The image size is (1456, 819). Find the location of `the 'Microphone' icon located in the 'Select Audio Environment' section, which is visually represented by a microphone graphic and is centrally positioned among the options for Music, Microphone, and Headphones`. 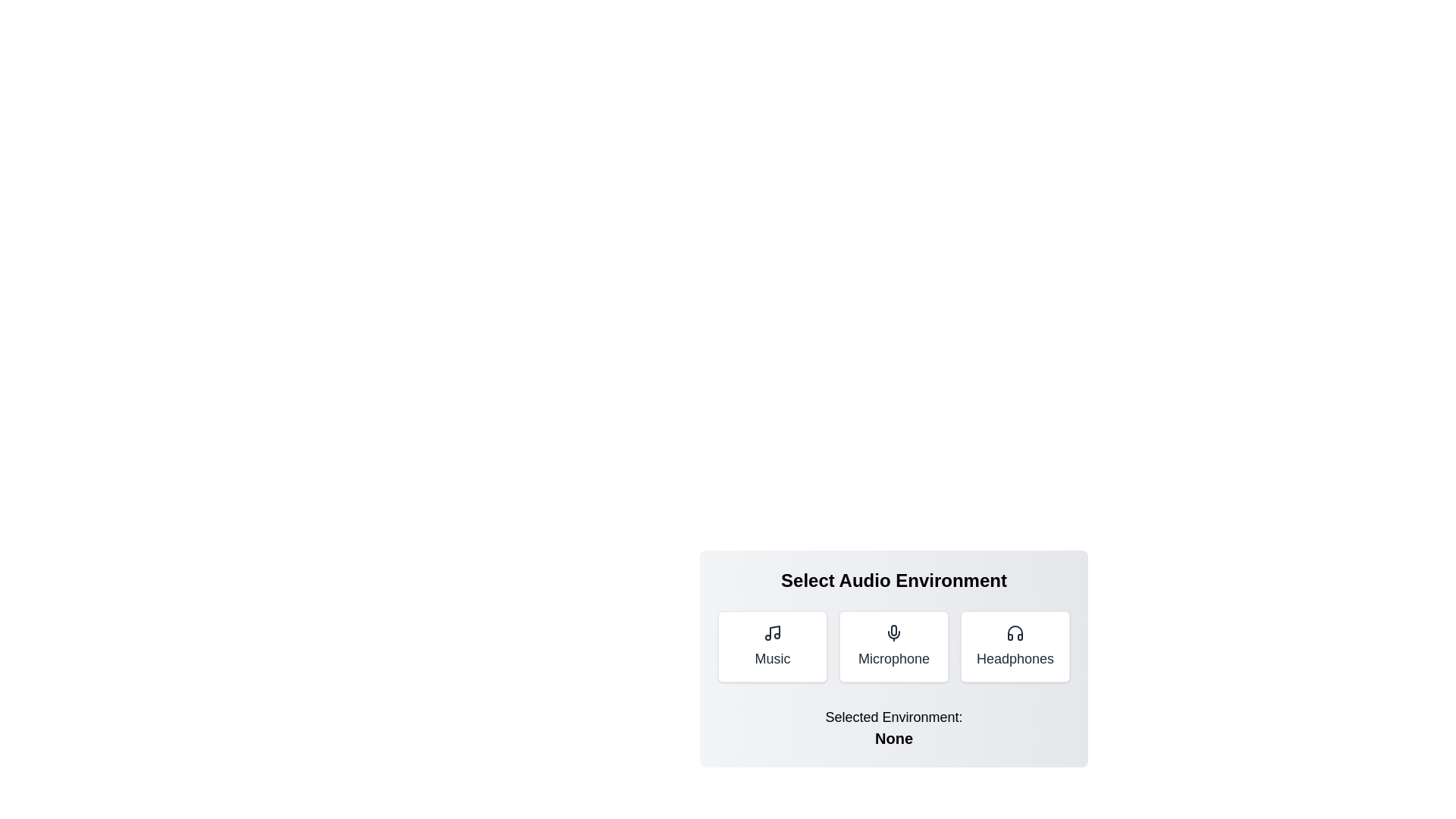

the 'Microphone' icon located in the 'Select Audio Environment' section, which is visually represented by a microphone graphic and is centrally positioned among the options for Music, Microphone, and Headphones is located at coordinates (894, 632).